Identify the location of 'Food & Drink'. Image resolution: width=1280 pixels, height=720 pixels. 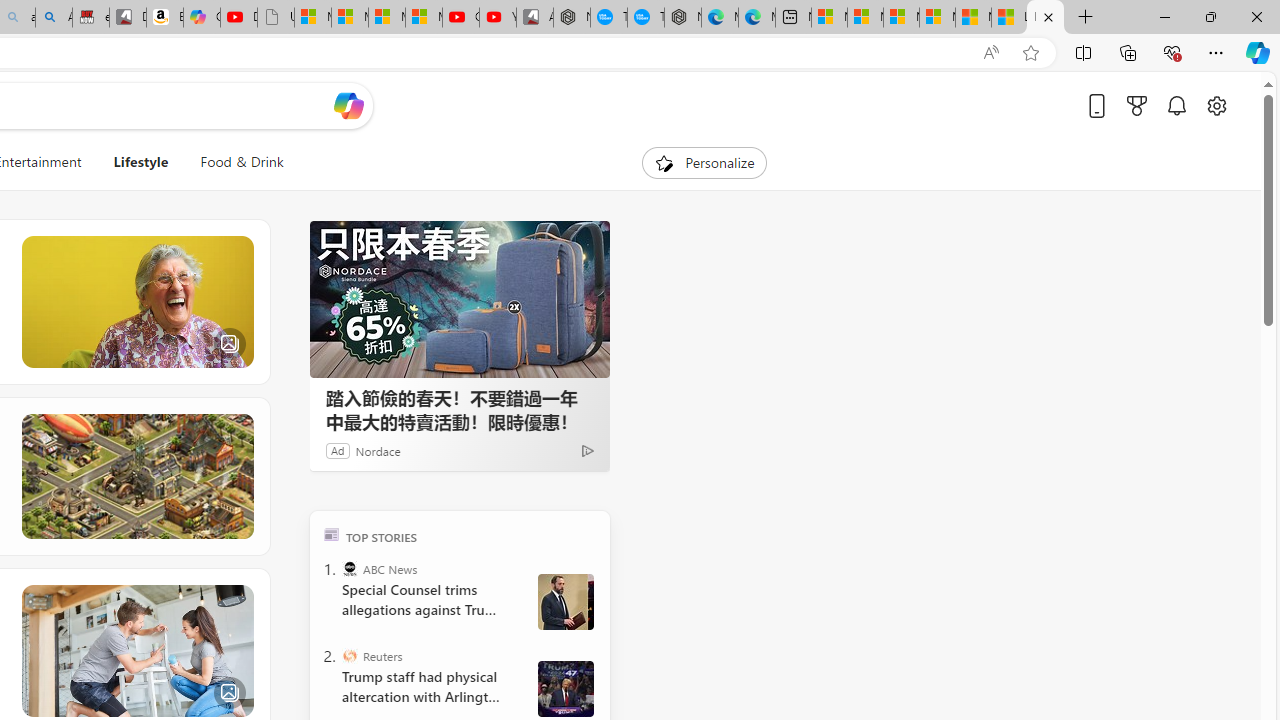
(240, 162).